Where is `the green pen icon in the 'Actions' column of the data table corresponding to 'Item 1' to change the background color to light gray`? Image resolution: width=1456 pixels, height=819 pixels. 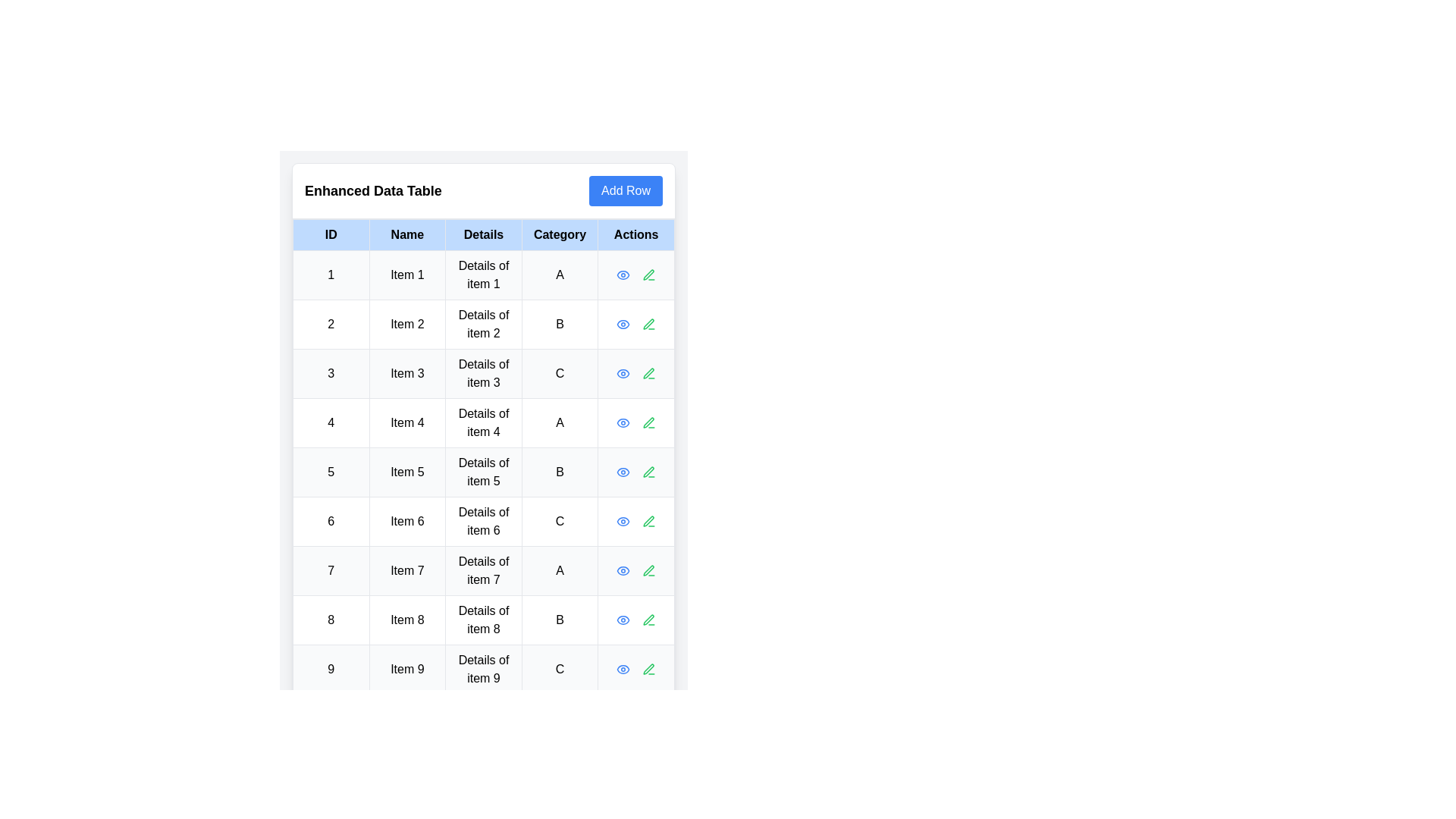 the green pen icon in the 'Actions' column of the data table corresponding to 'Item 1' to change the background color to light gray is located at coordinates (649, 275).